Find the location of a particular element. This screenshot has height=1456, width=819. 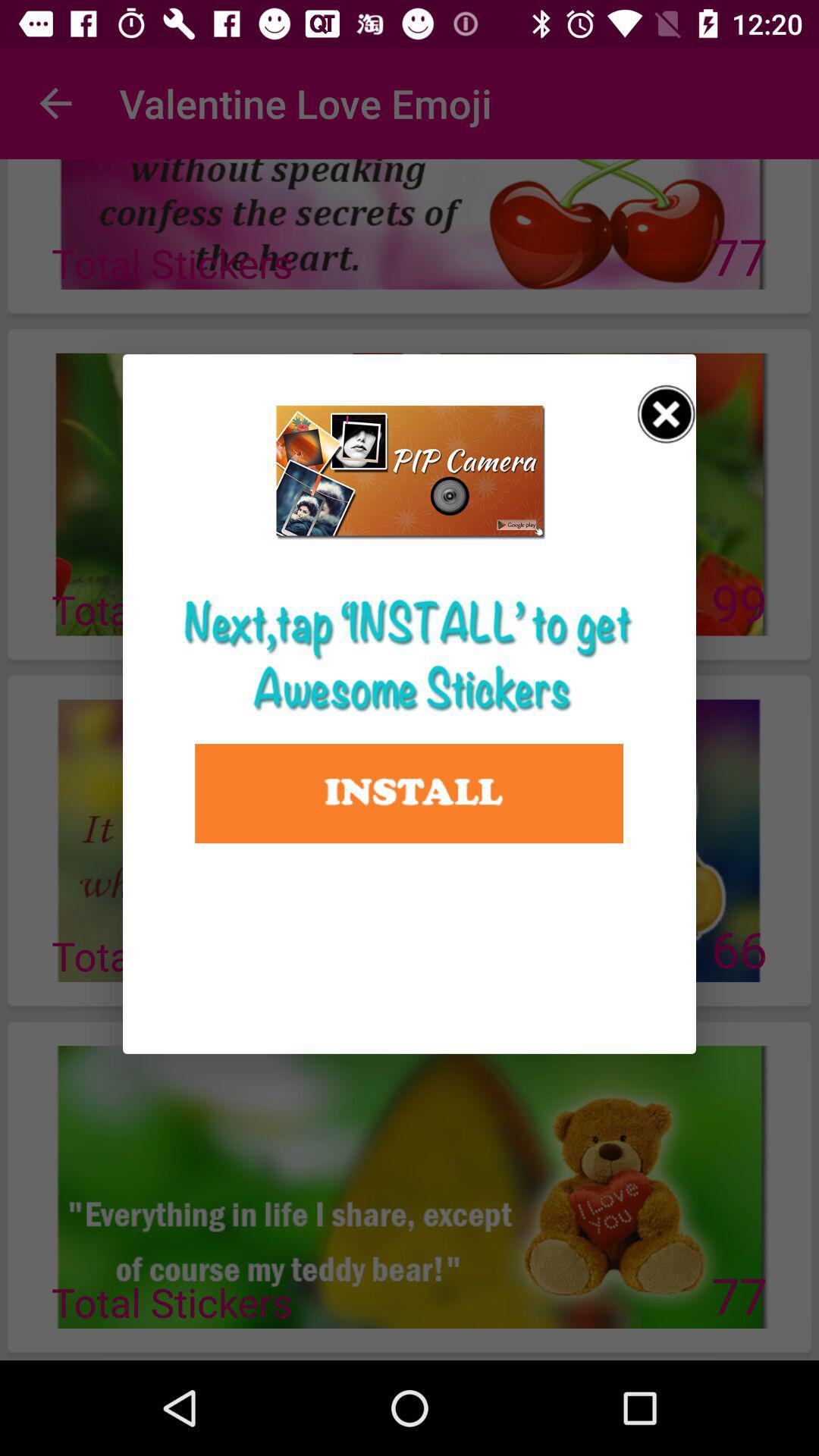

press to close the box is located at coordinates (666, 414).